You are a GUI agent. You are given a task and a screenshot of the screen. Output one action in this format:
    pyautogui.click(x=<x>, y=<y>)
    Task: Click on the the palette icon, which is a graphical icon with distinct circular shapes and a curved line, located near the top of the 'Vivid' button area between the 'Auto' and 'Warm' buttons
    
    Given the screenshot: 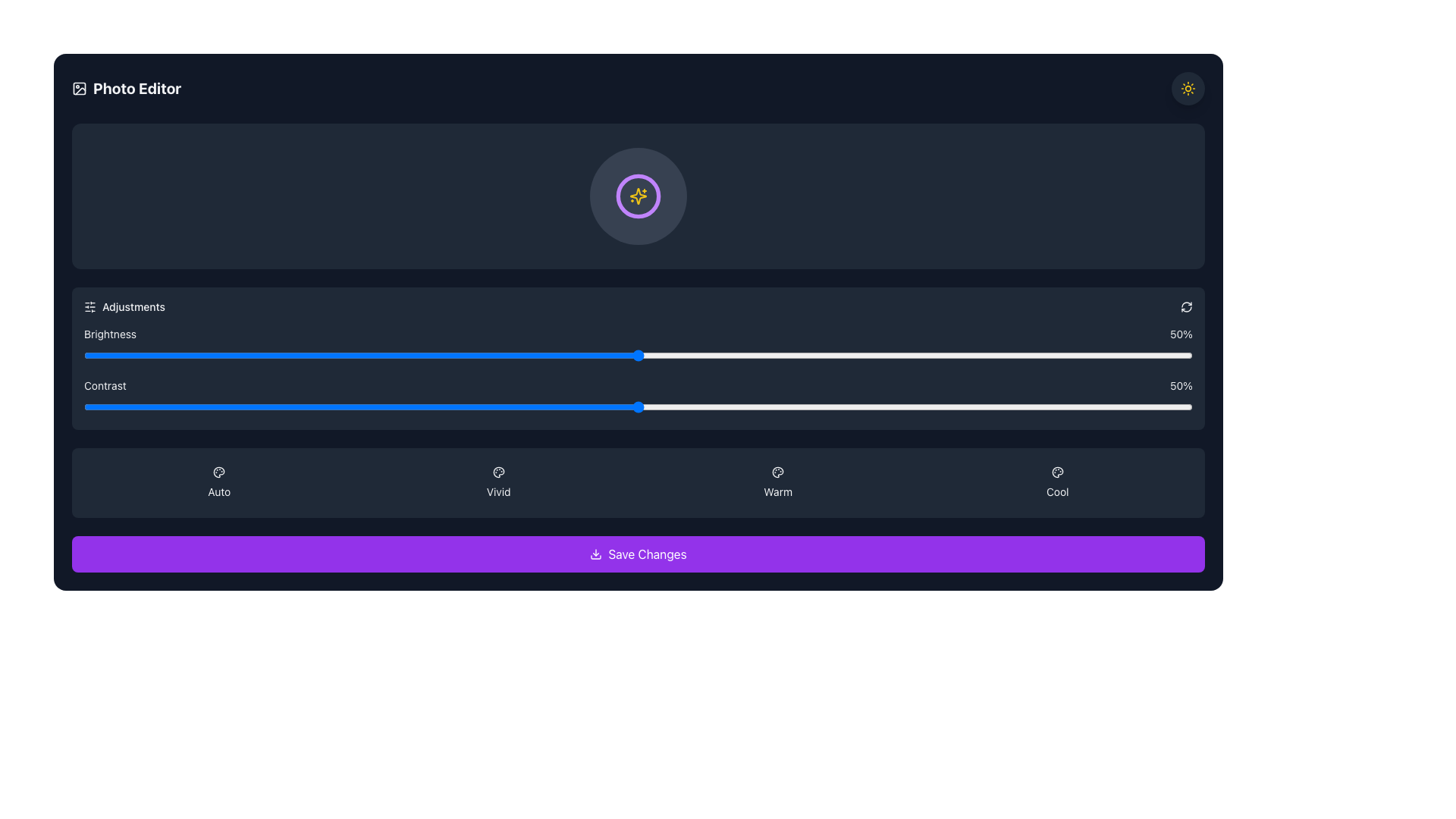 What is the action you would take?
    pyautogui.click(x=498, y=472)
    